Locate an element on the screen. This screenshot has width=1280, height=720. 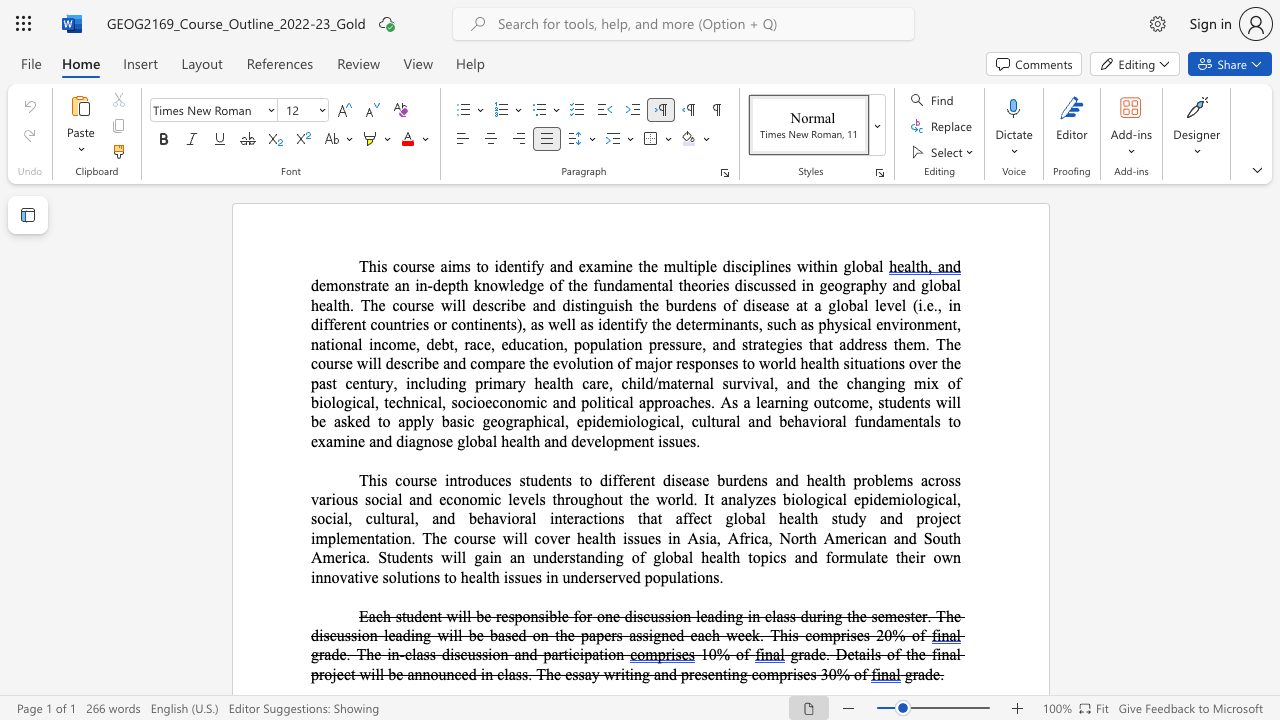
the 14th character "e" in the text is located at coordinates (694, 635).